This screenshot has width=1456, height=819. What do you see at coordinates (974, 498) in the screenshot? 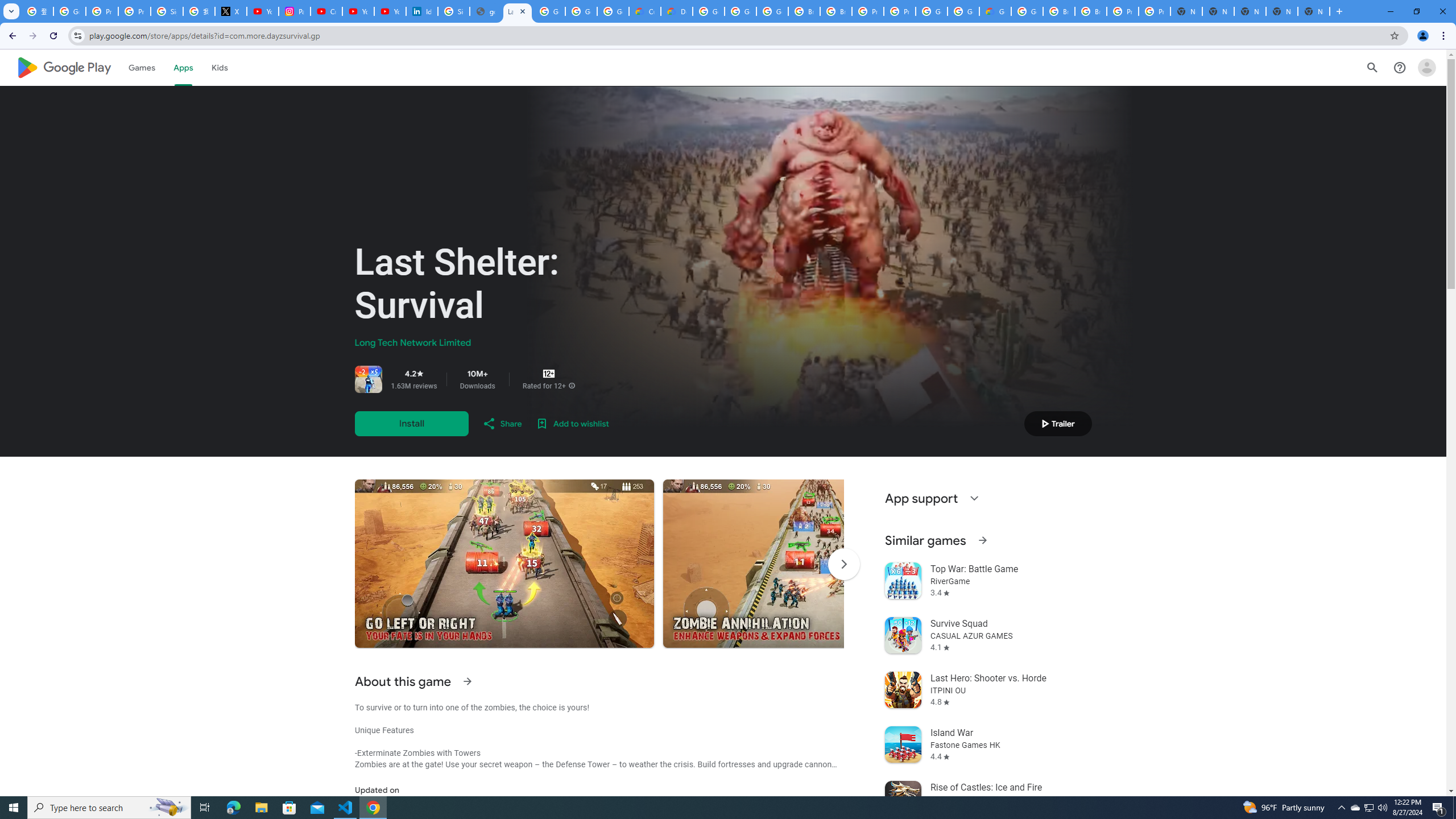
I see `'Expand'` at bounding box center [974, 498].